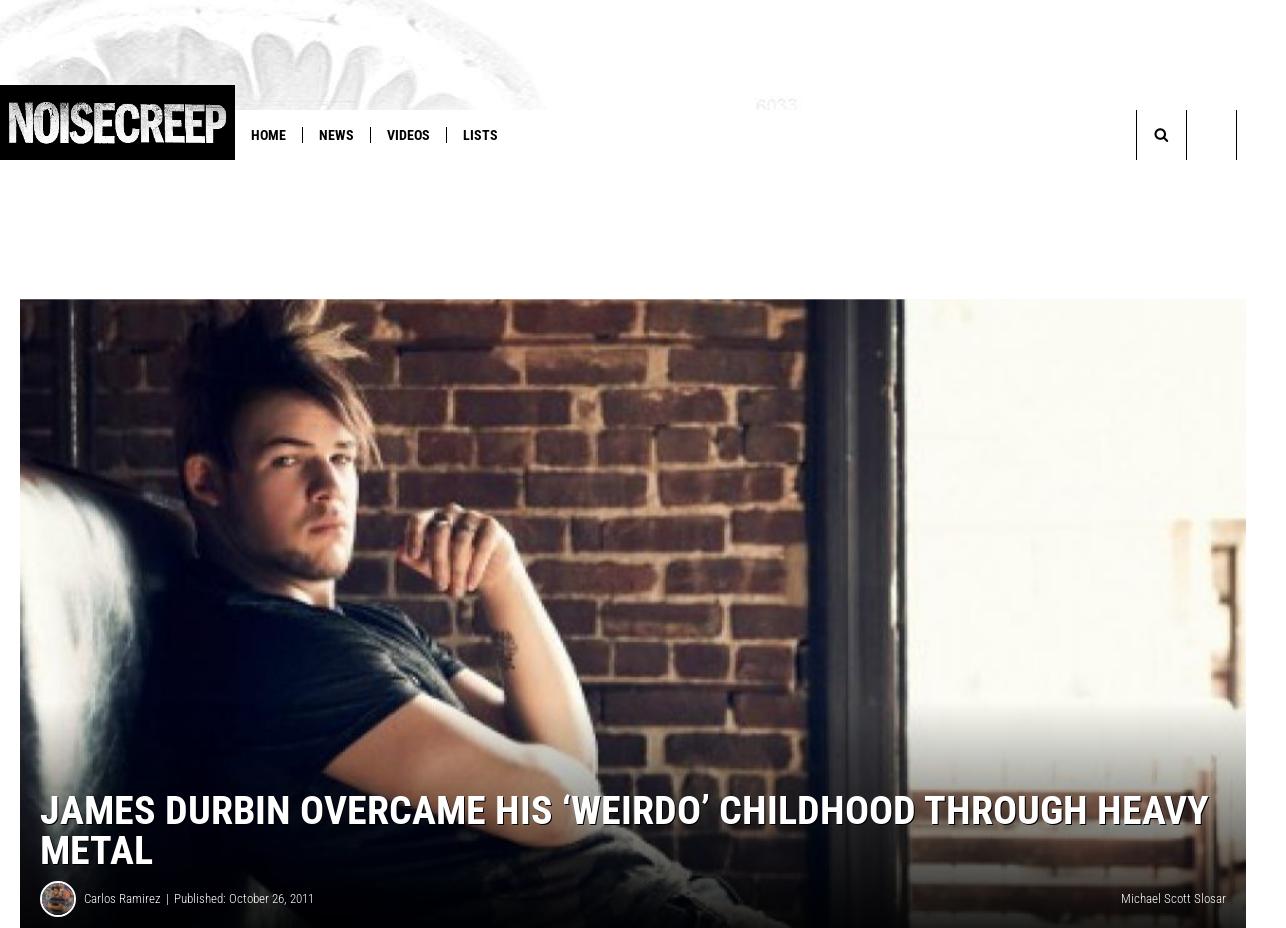  Describe the element at coordinates (182, 176) in the screenshot. I see `'You Think You Know Metal?'` at that location.